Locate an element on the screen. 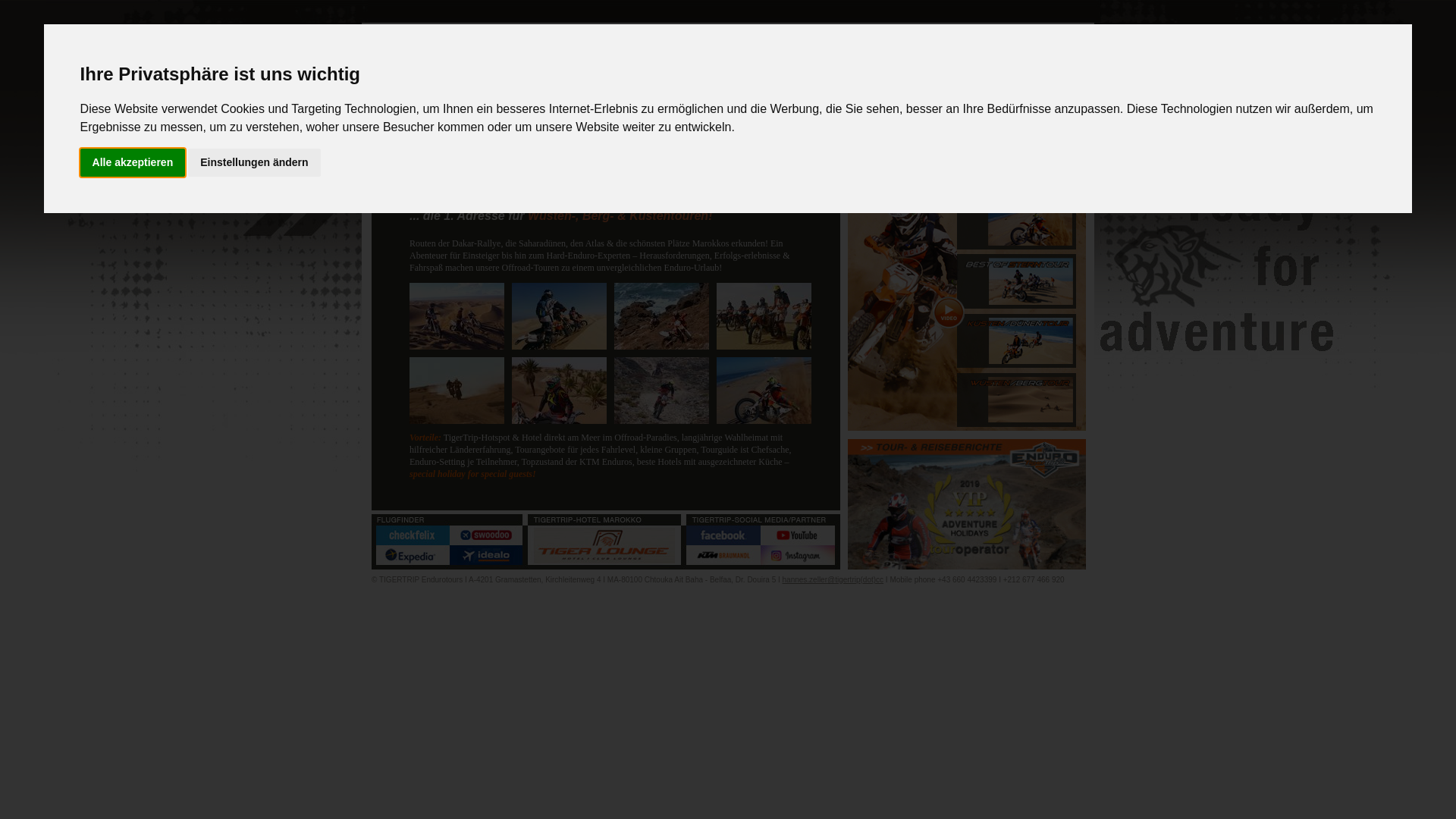 The image size is (1456, 819). 'hannes.zeller@tigertrip(dot)cc' is located at coordinates (833, 579).